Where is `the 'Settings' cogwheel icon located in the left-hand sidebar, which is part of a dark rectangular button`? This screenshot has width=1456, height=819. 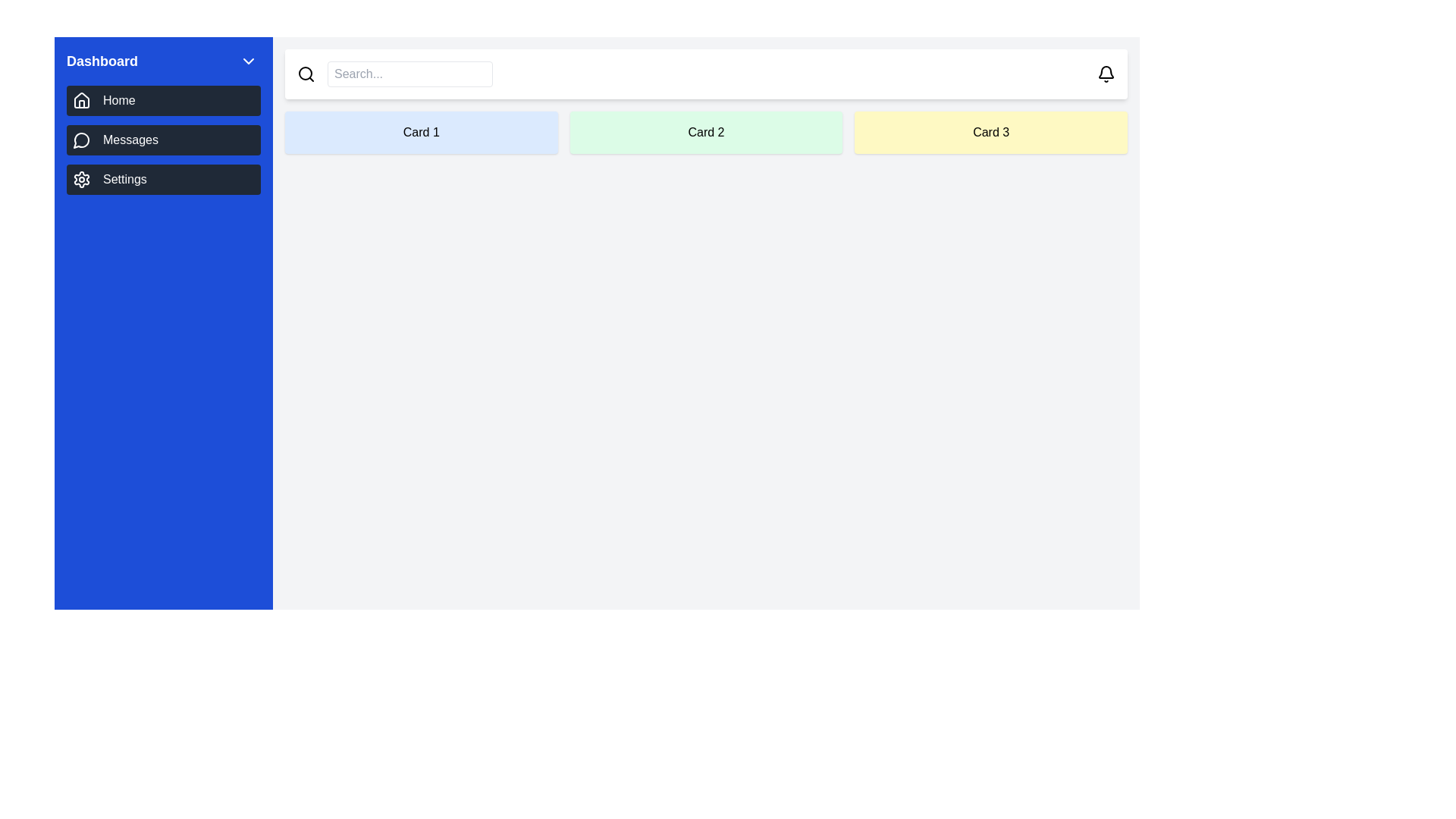 the 'Settings' cogwheel icon located in the left-hand sidebar, which is part of a dark rectangular button is located at coordinates (81, 178).